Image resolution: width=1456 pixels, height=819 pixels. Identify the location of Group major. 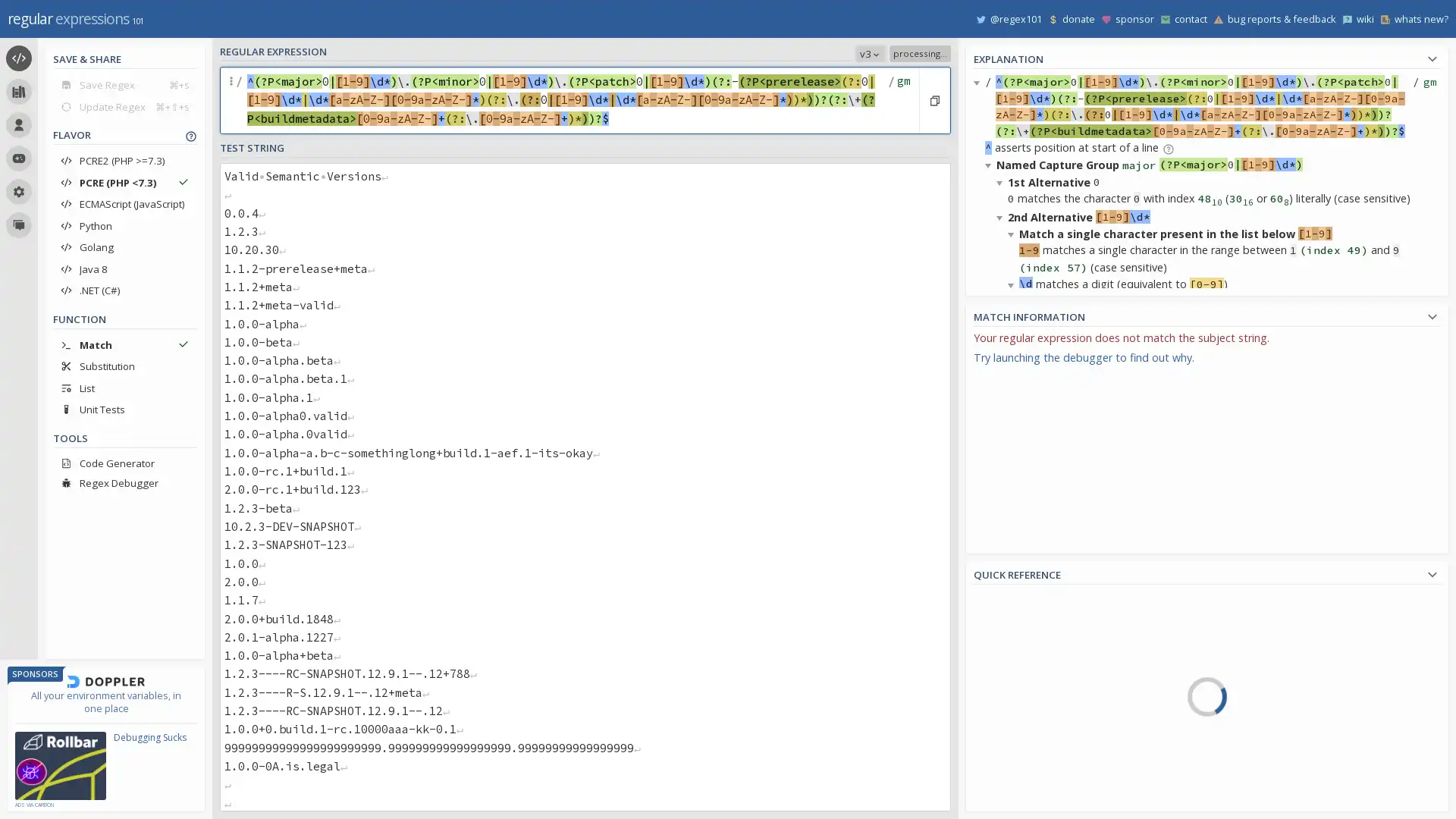
(1014, 625).